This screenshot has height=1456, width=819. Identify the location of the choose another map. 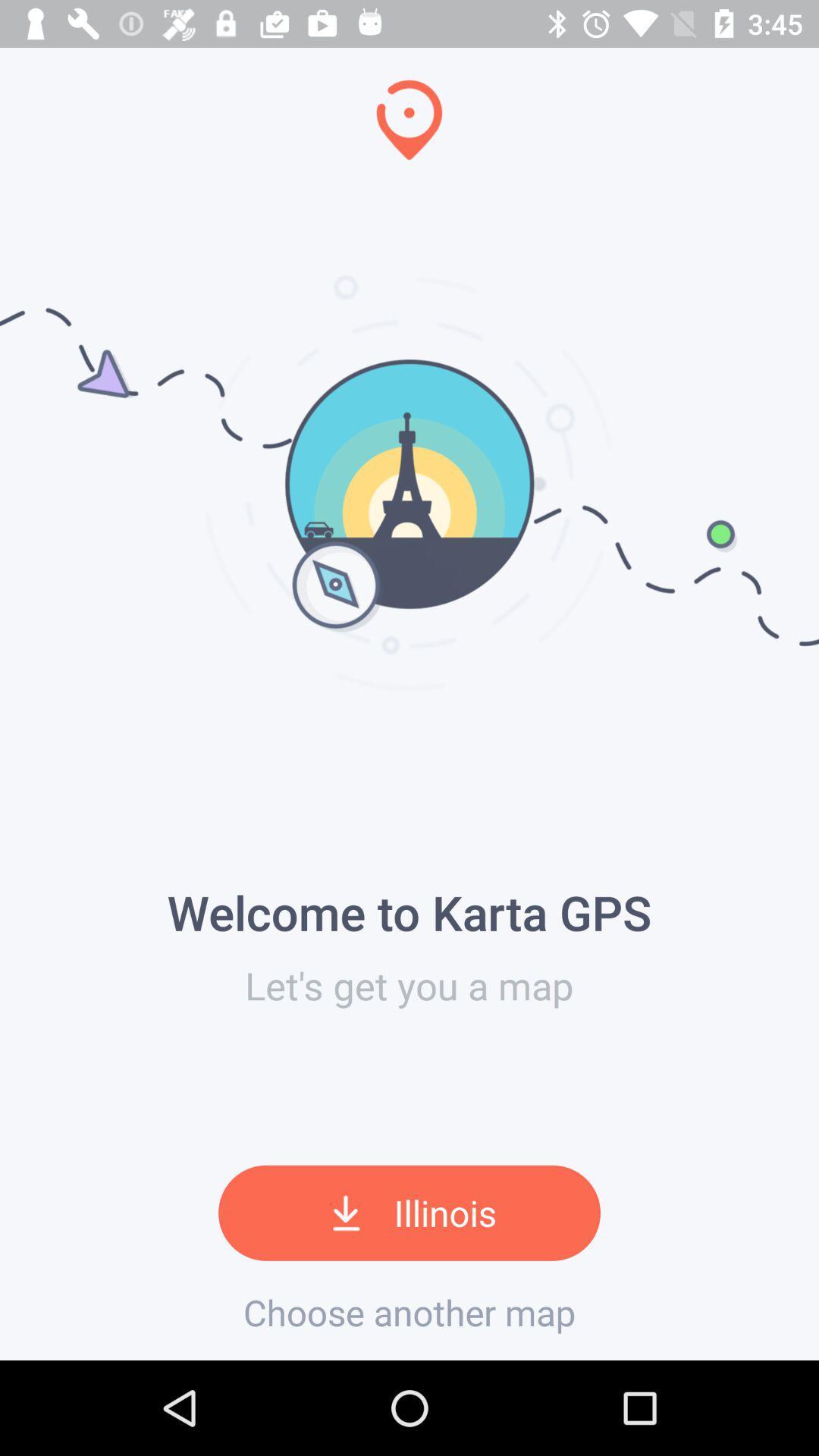
(409, 1312).